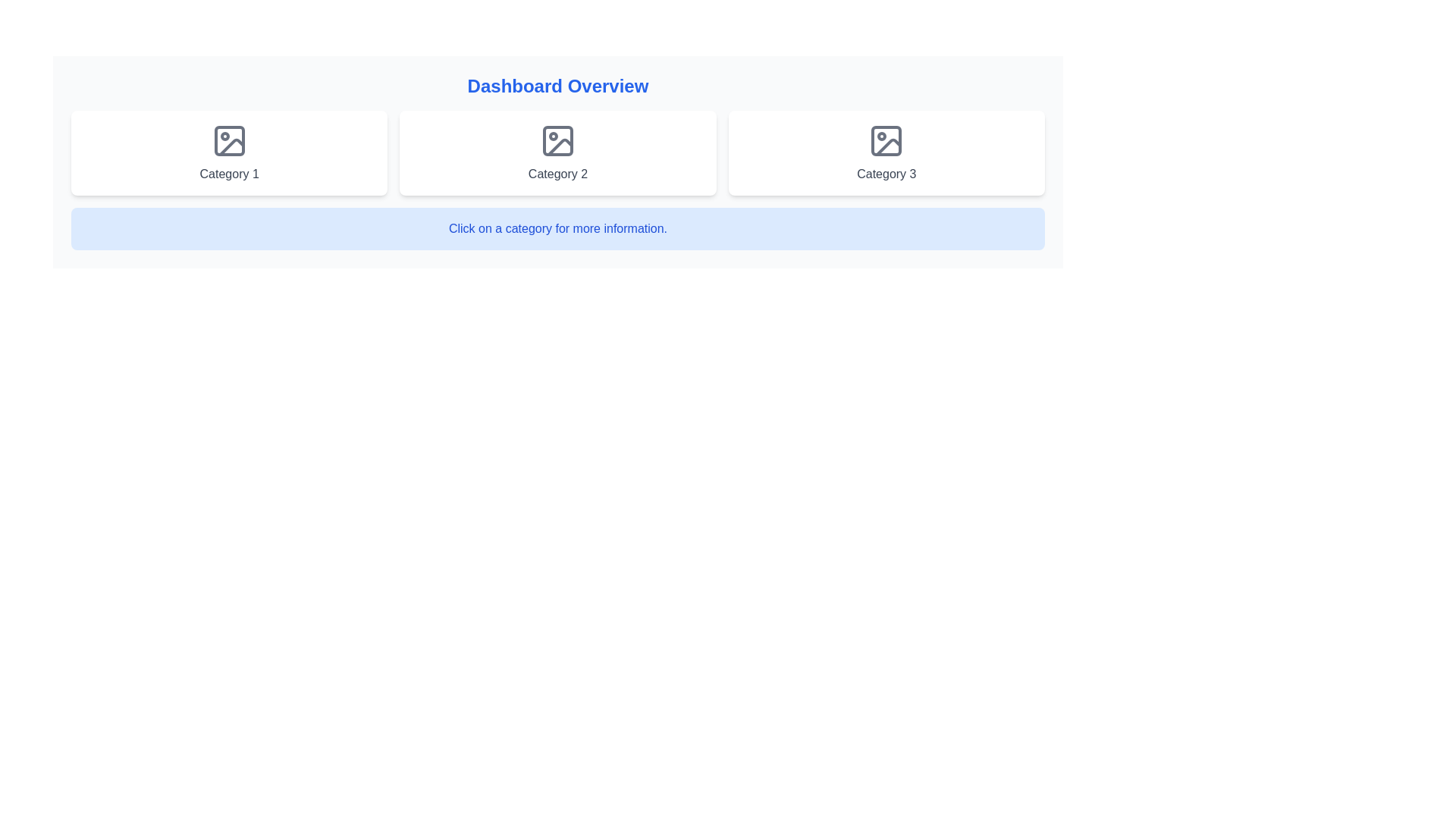  Describe the element at coordinates (886, 140) in the screenshot. I see `the appearance of the image icon centered within the 'Category 3' card on the right side of the interface` at that location.